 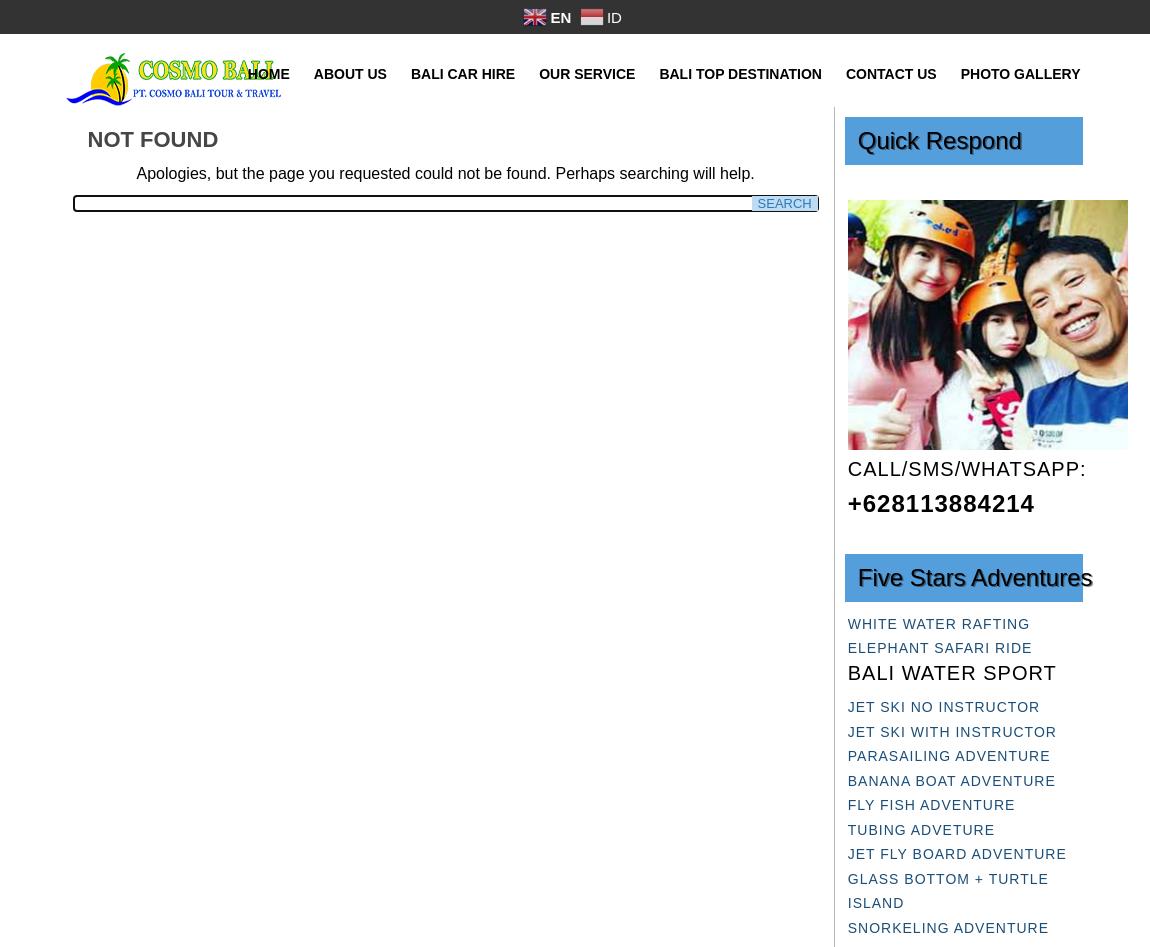 I want to click on 'ELEPHANT SAFARI RIDE', so click(x=939, y=648).